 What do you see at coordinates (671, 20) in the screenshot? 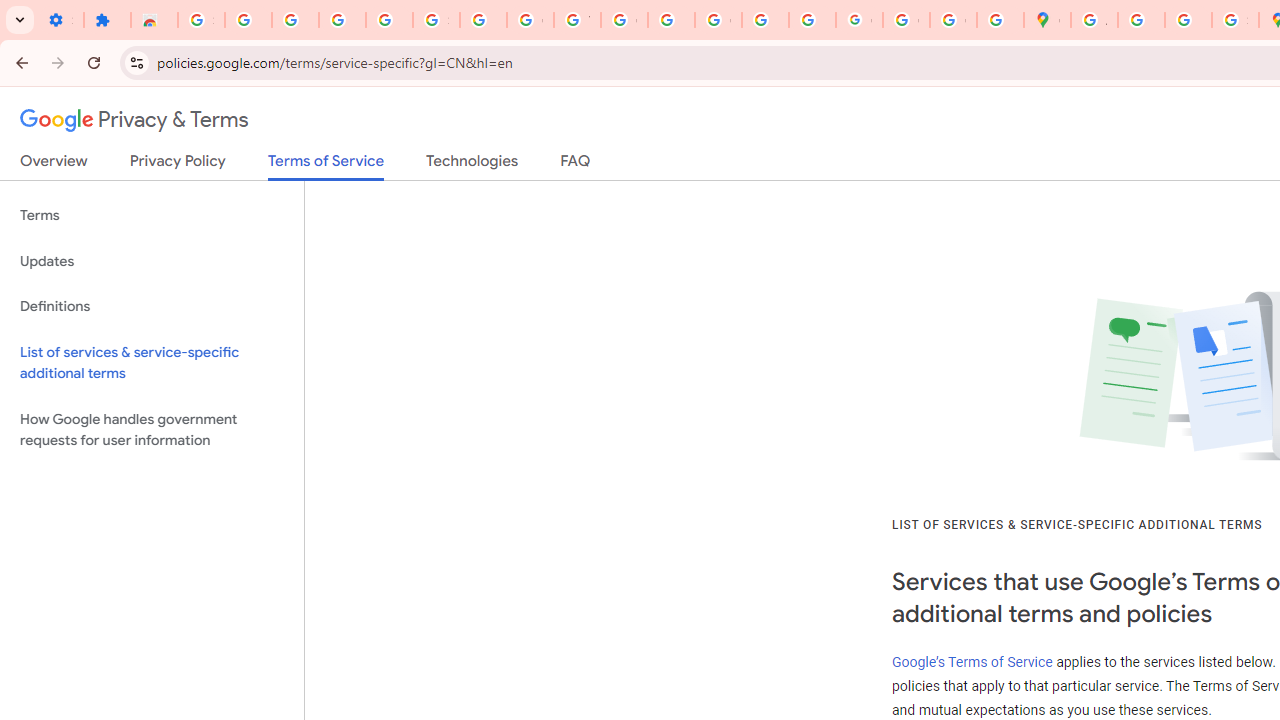
I see `'https://scholar.google.com/'` at bounding box center [671, 20].